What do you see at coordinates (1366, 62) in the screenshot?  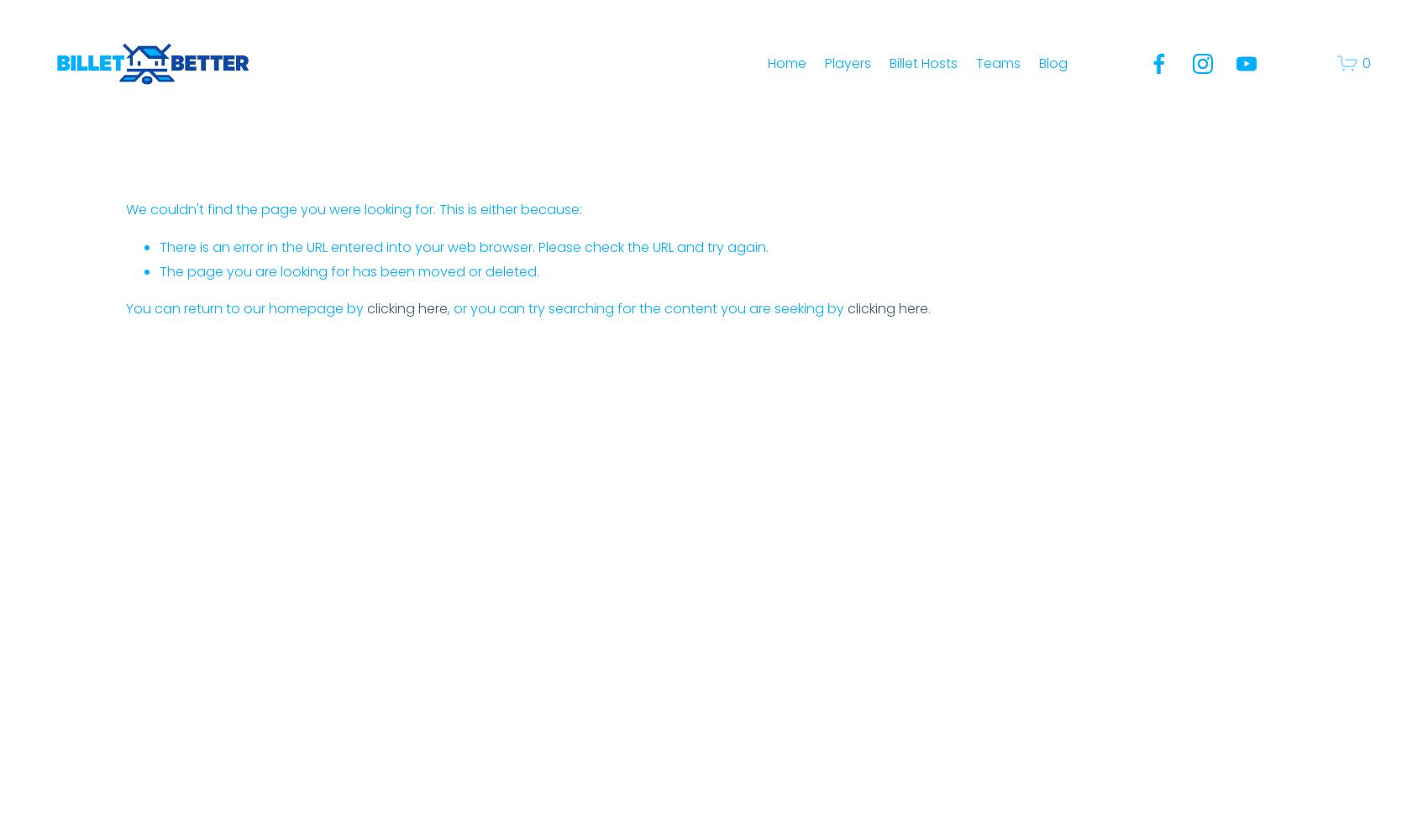 I see `'0'` at bounding box center [1366, 62].